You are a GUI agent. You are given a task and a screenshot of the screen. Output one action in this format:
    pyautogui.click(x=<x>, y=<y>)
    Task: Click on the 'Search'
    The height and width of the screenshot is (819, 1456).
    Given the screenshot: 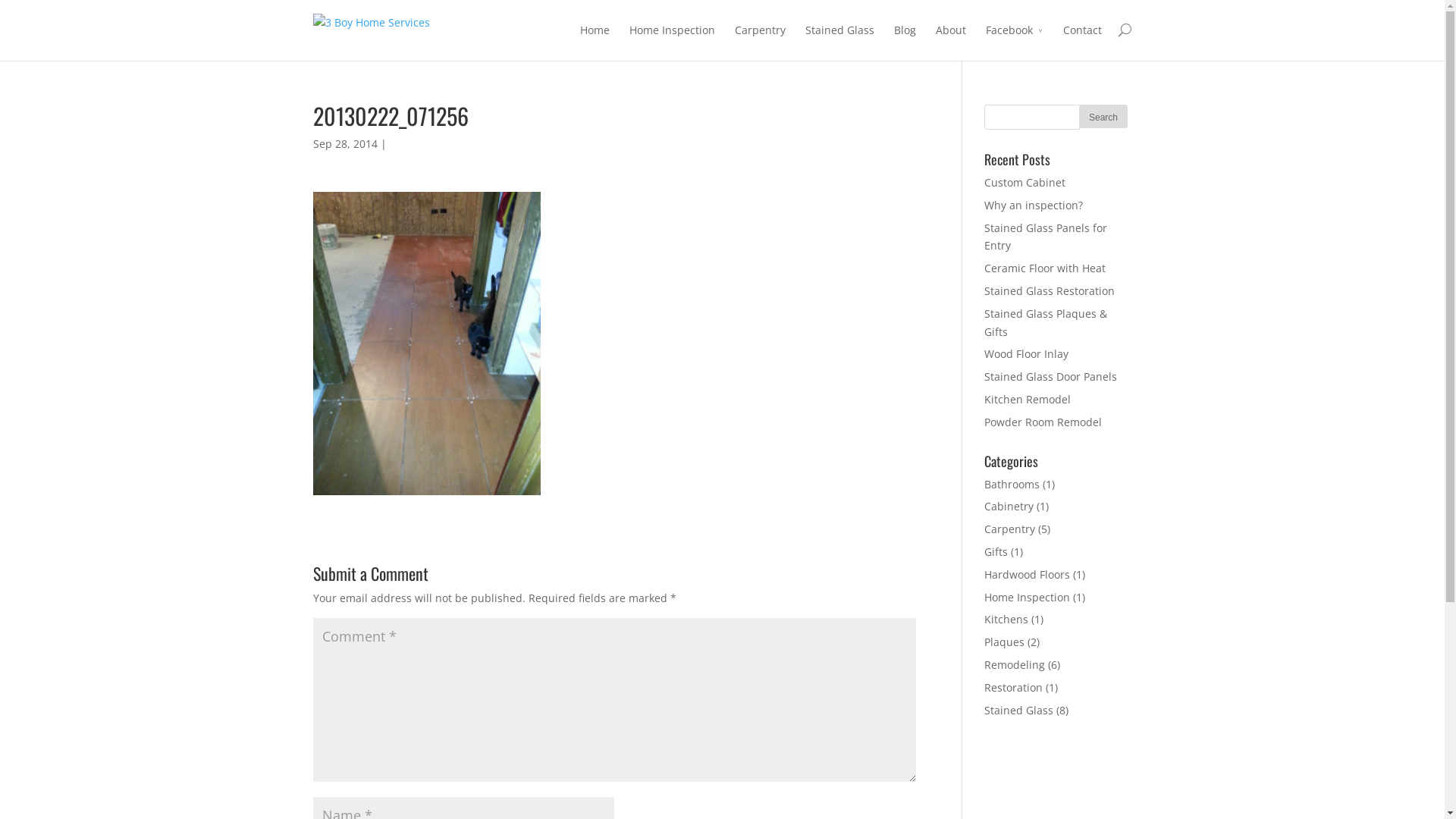 What is the action you would take?
    pyautogui.click(x=1103, y=115)
    